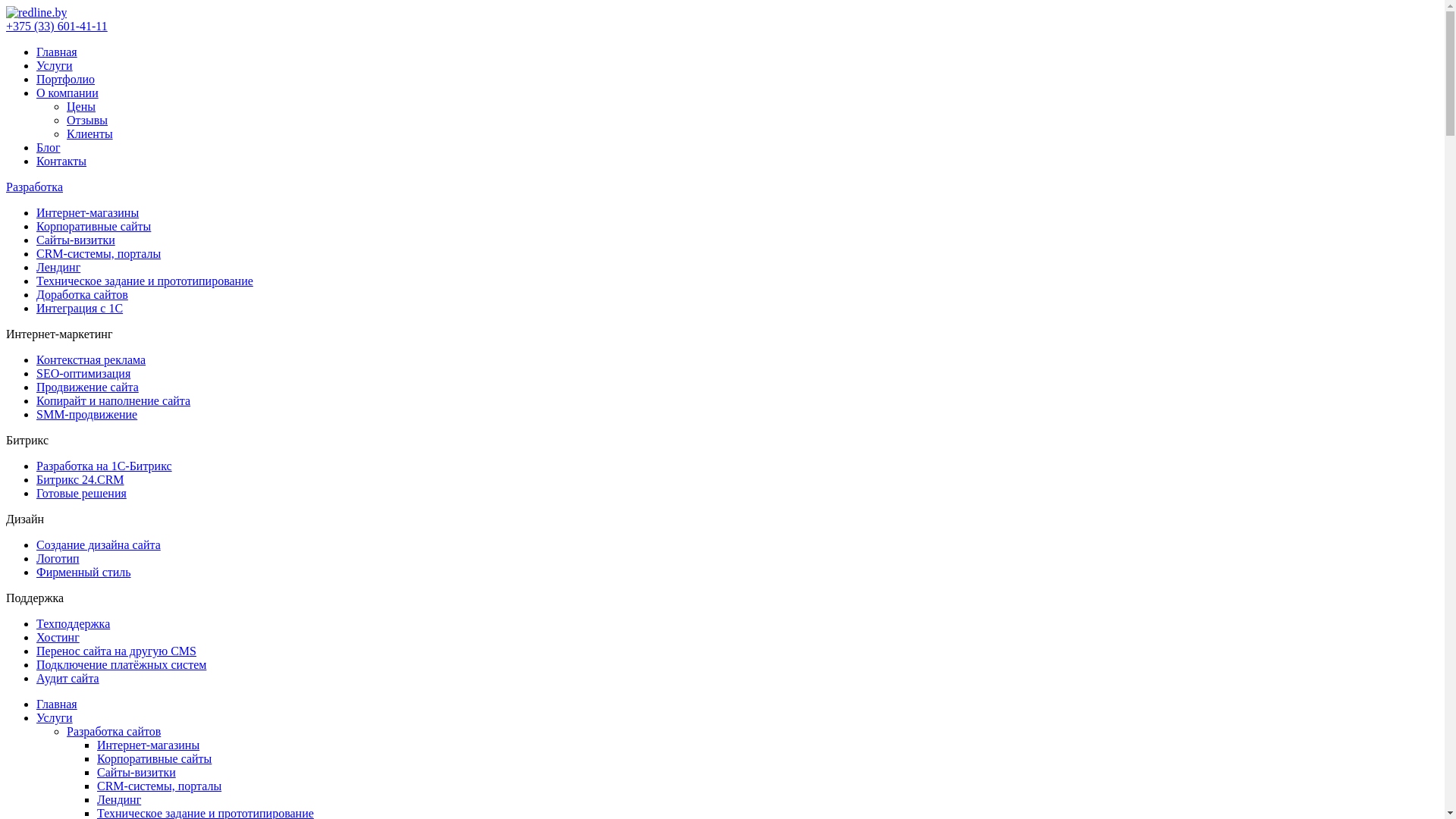 The image size is (1456, 819). I want to click on '+375 (33) 601-41-11', so click(57, 26).